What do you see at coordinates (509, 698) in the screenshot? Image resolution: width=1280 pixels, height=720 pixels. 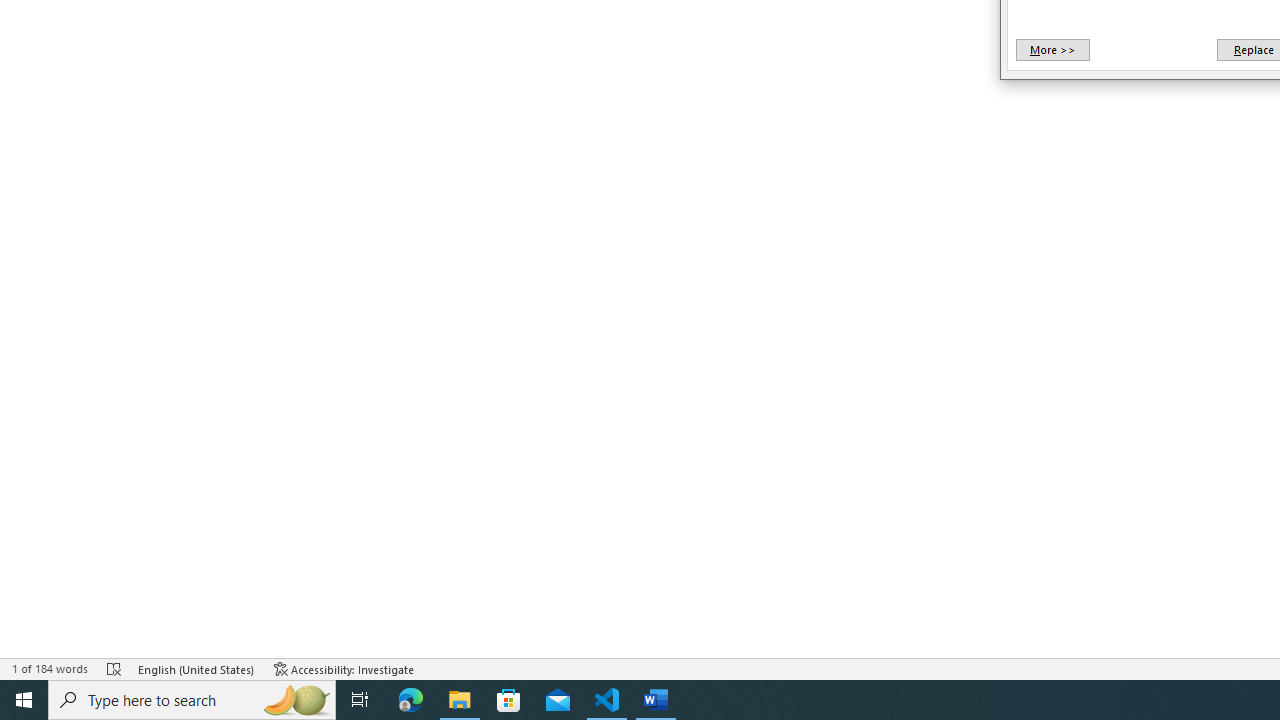 I see `'Microsoft Store'` at bounding box center [509, 698].